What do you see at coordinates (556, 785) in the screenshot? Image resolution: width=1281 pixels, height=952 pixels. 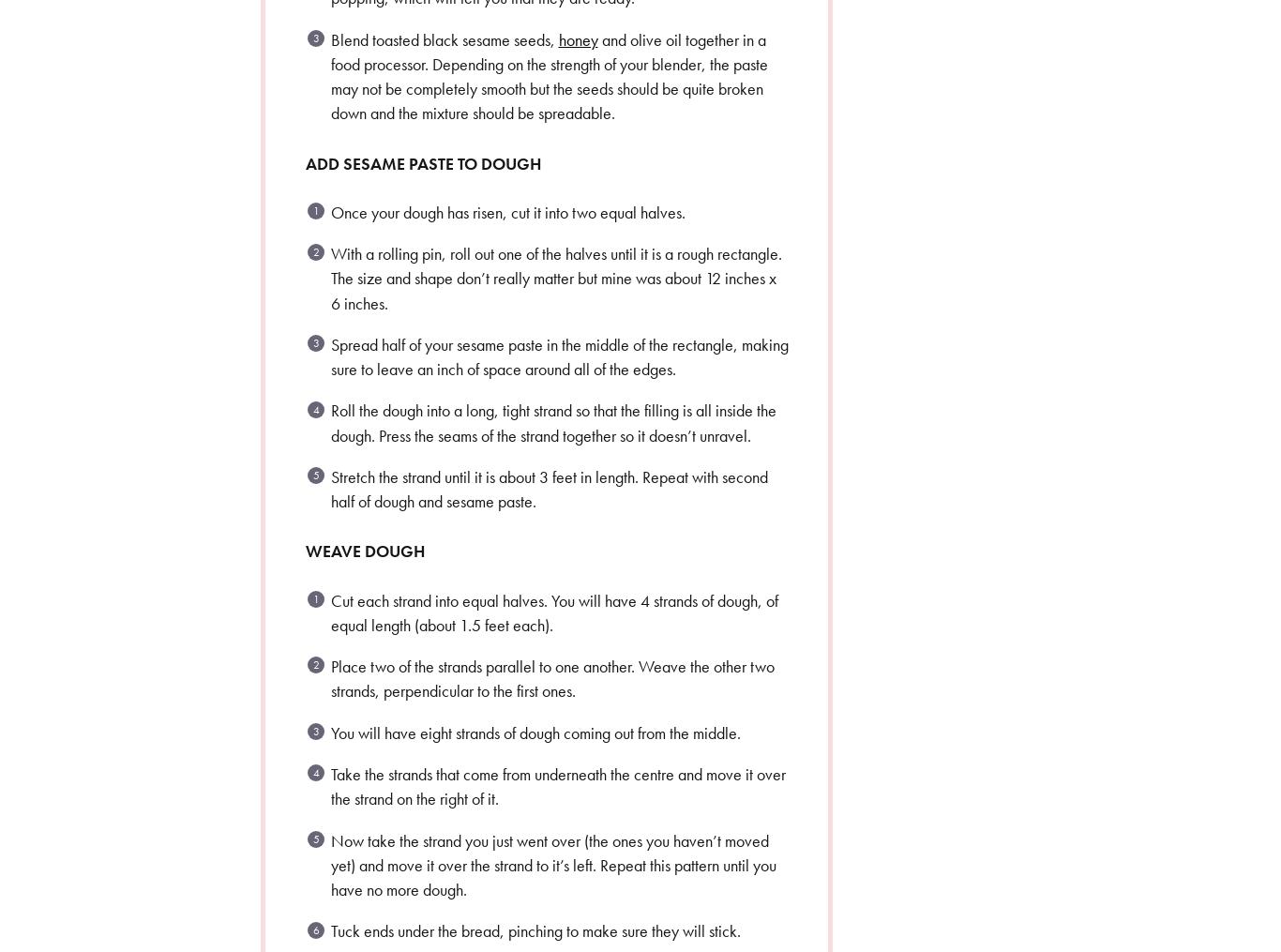 I see `'Take the strands that come from underneath the centre and move it over the strand on the right of it.'` at bounding box center [556, 785].